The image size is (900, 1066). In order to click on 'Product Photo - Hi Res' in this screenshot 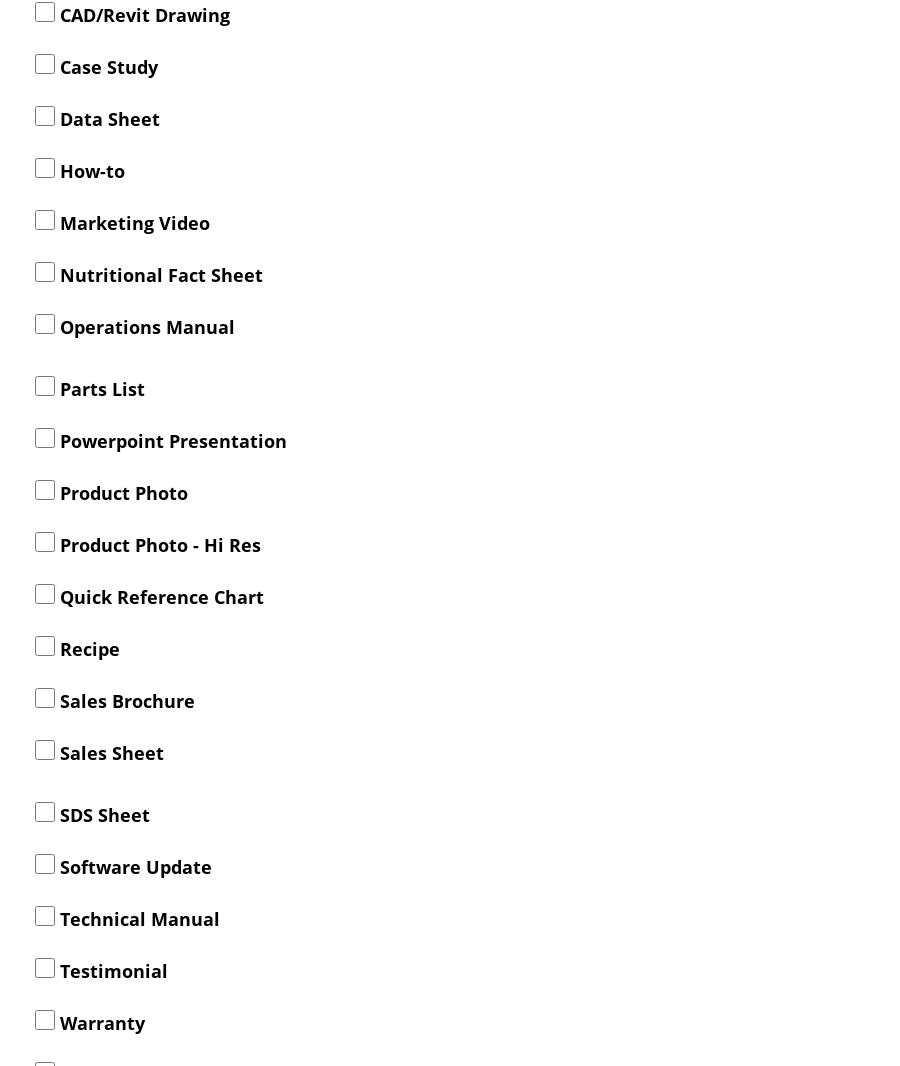, I will do `click(158, 542)`.